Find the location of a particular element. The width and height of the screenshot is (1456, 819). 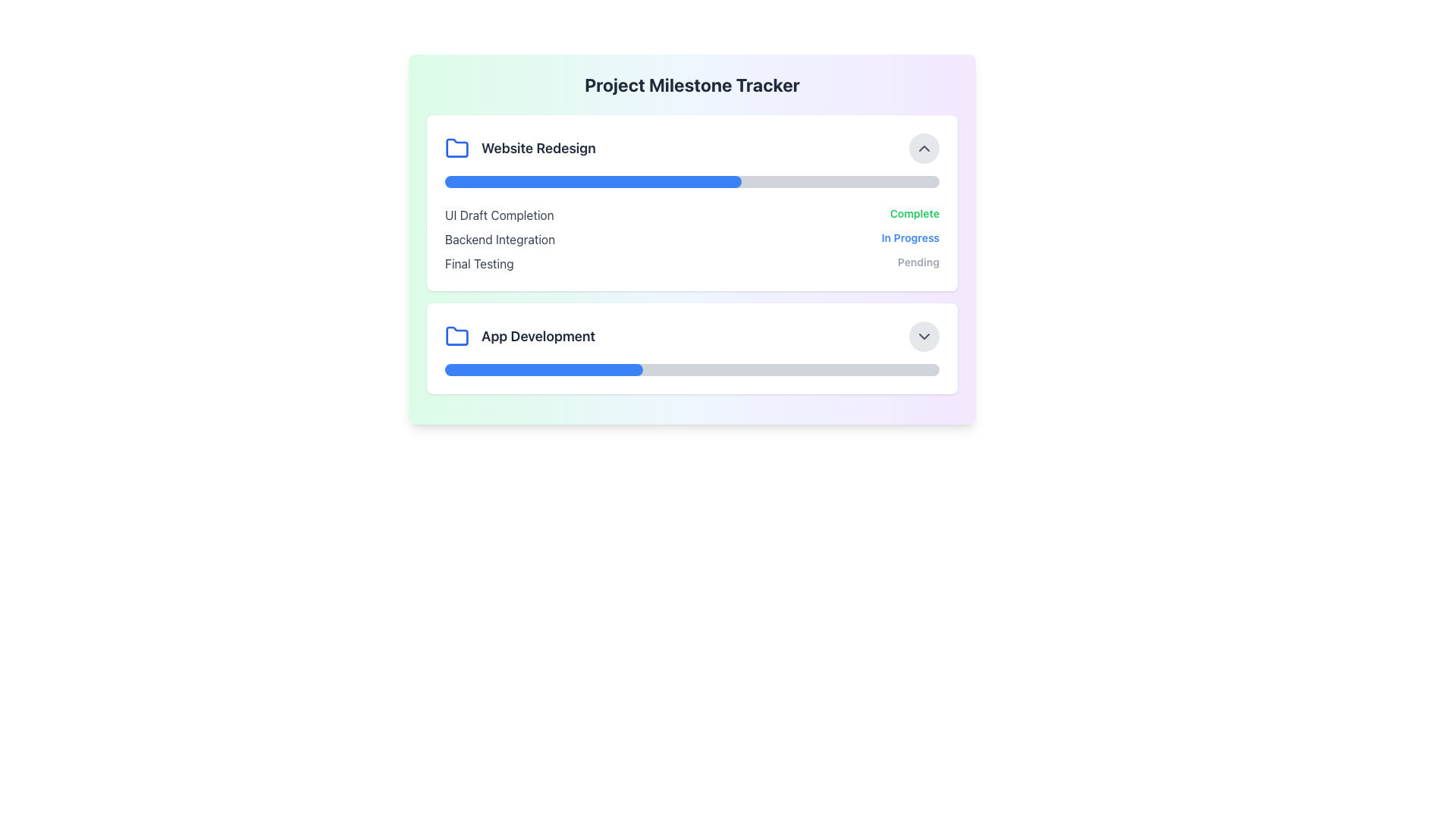

the Text Label indicating the status of the 'Backend Integration' task, which shows 'In Progress.' is located at coordinates (910, 239).